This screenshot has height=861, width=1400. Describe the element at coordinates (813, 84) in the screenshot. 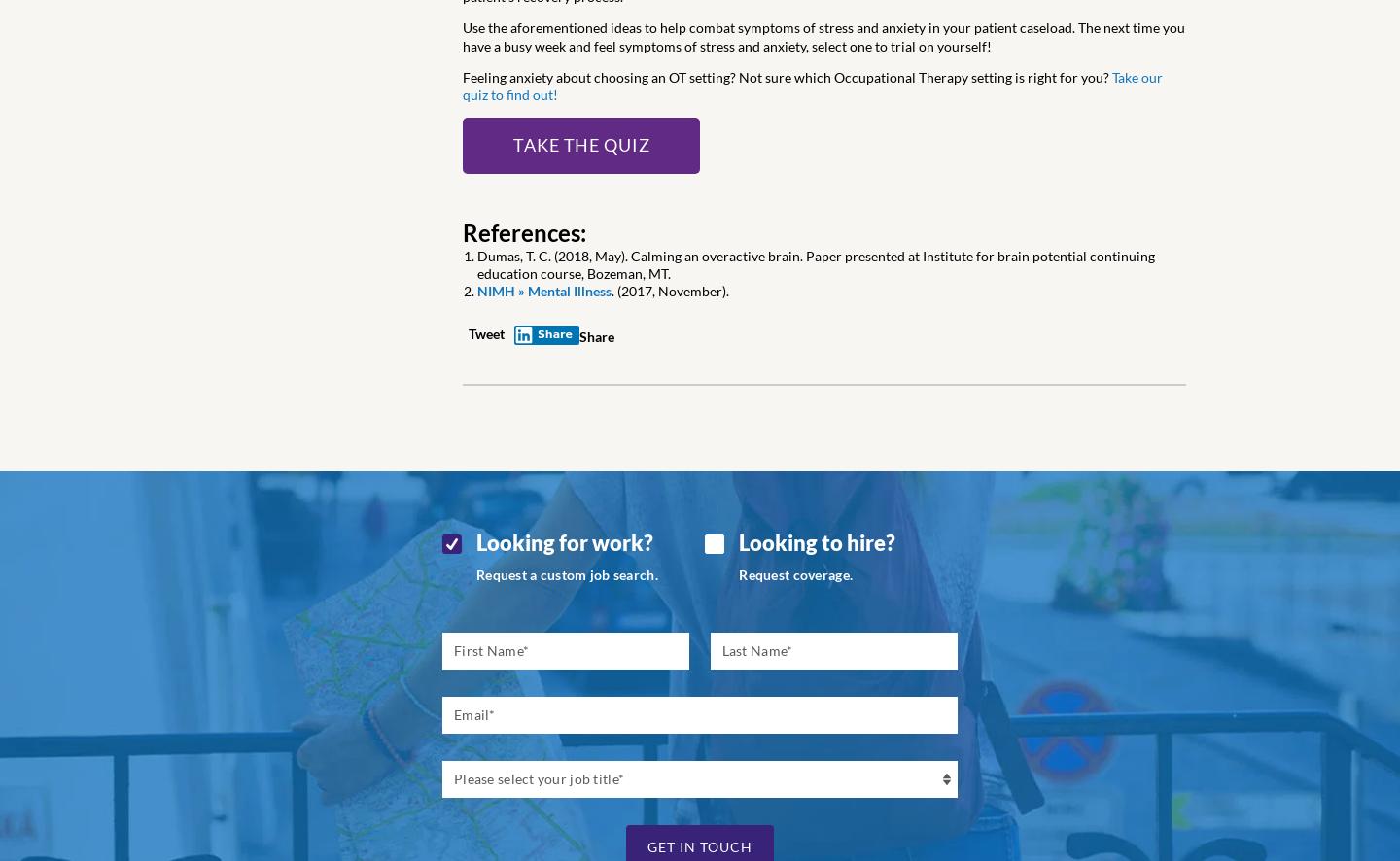

I see `'Take our quiz to find out!'` at that location.